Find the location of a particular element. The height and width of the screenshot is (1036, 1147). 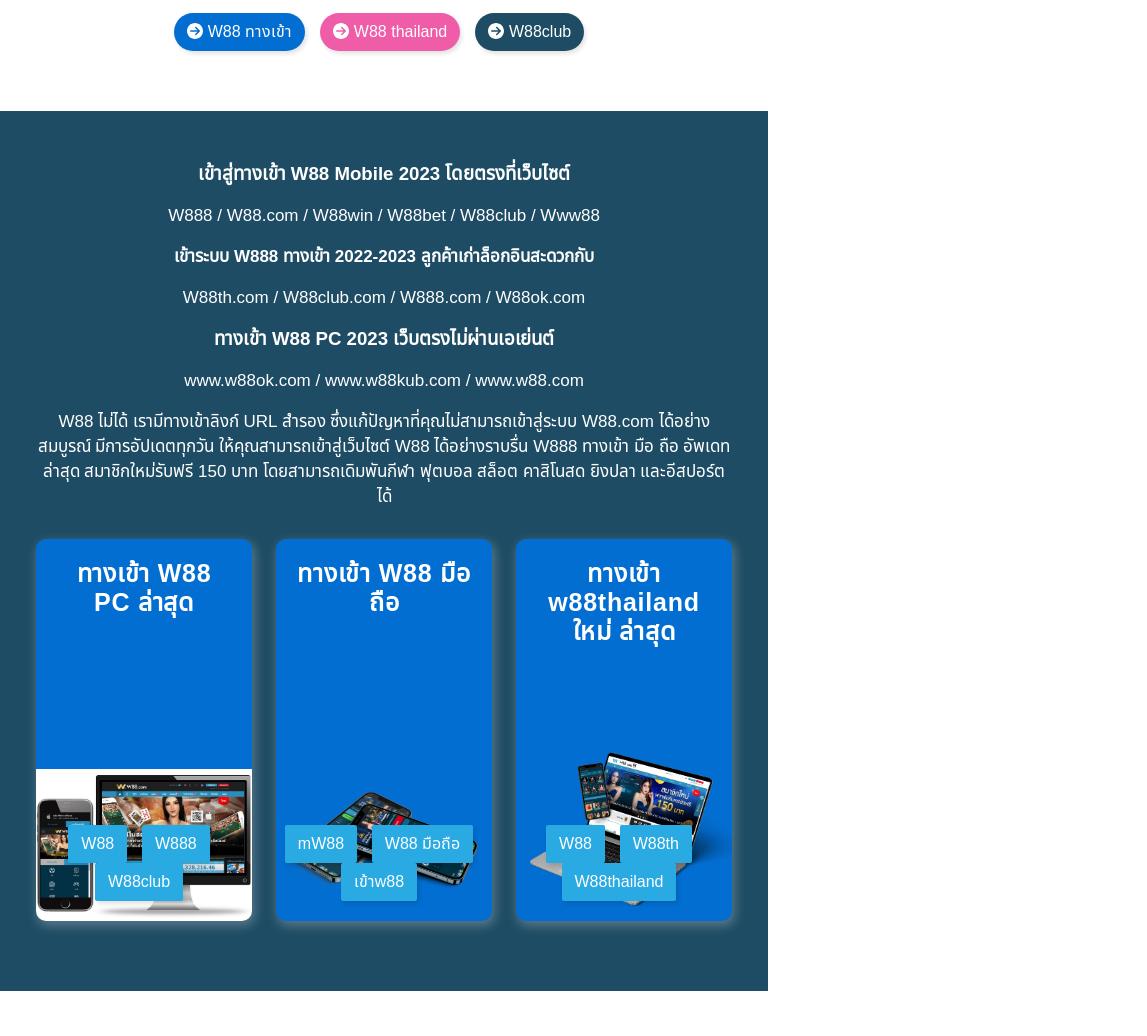

'ทีมดูแลลูกค้าของ W88 ได้รับการฝึกอบรมอย่างมืออาชีพ ทำงานตลอด 24 ชั่วโมงทุกวัน และสามารถรองรับลูกค้าได้หลายภาษา หากคุณต้องการความช่วยเหลือ คุณสามารถติดต่อ W88 ผ่านช่องทางต่างๆ เช่น:' is located at coordinates (221, 381).